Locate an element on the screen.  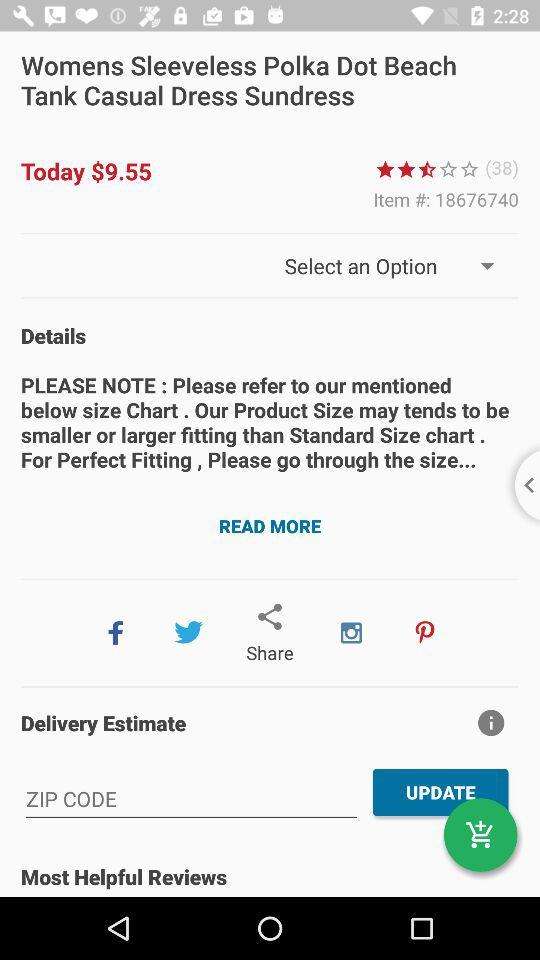
the cart icon is located at coordinates (479, 835).